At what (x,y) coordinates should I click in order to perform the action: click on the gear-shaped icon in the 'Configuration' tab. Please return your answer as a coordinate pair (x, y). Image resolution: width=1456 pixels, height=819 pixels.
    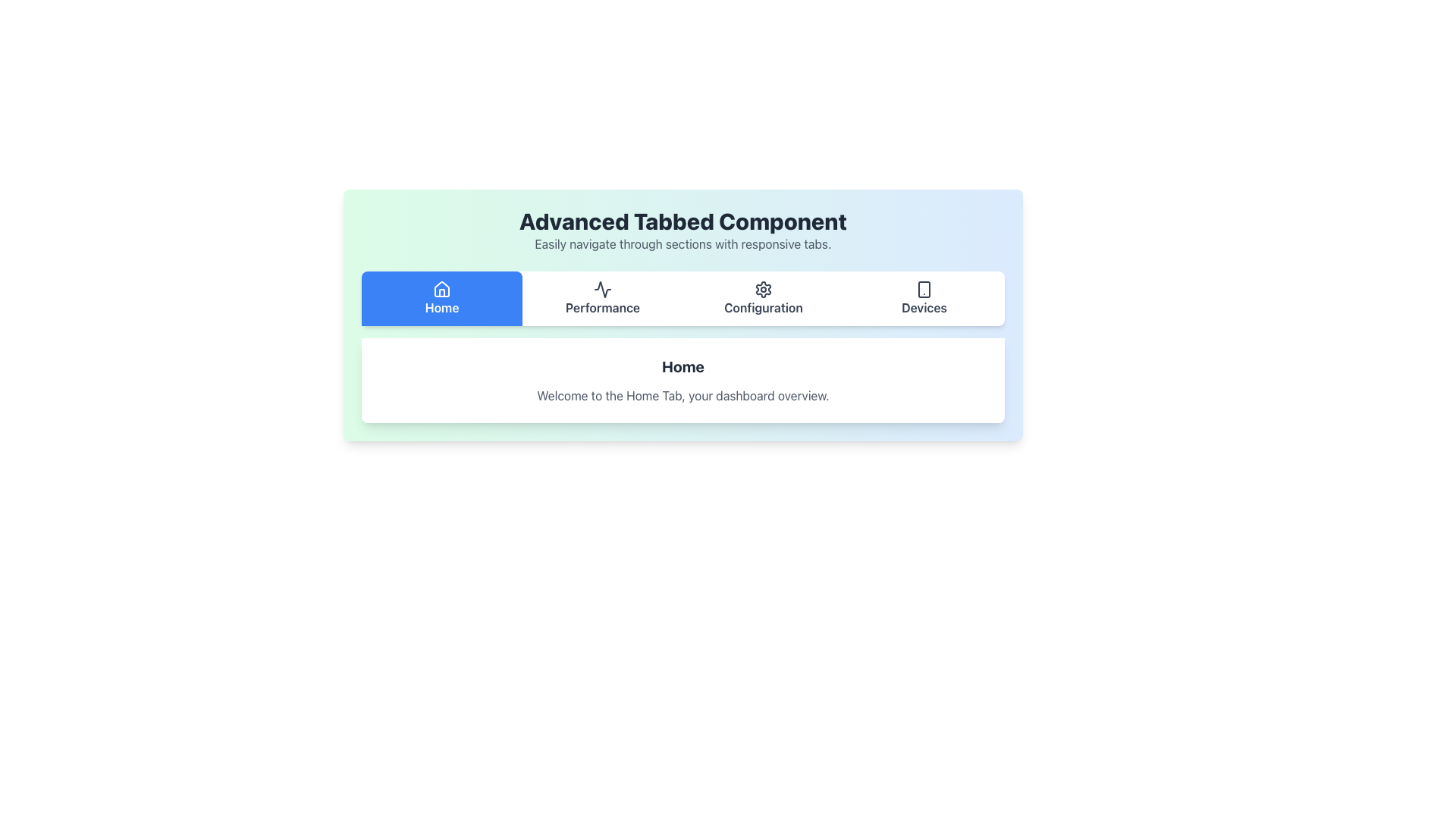
    Looking at the image, I should click on (764, 289).